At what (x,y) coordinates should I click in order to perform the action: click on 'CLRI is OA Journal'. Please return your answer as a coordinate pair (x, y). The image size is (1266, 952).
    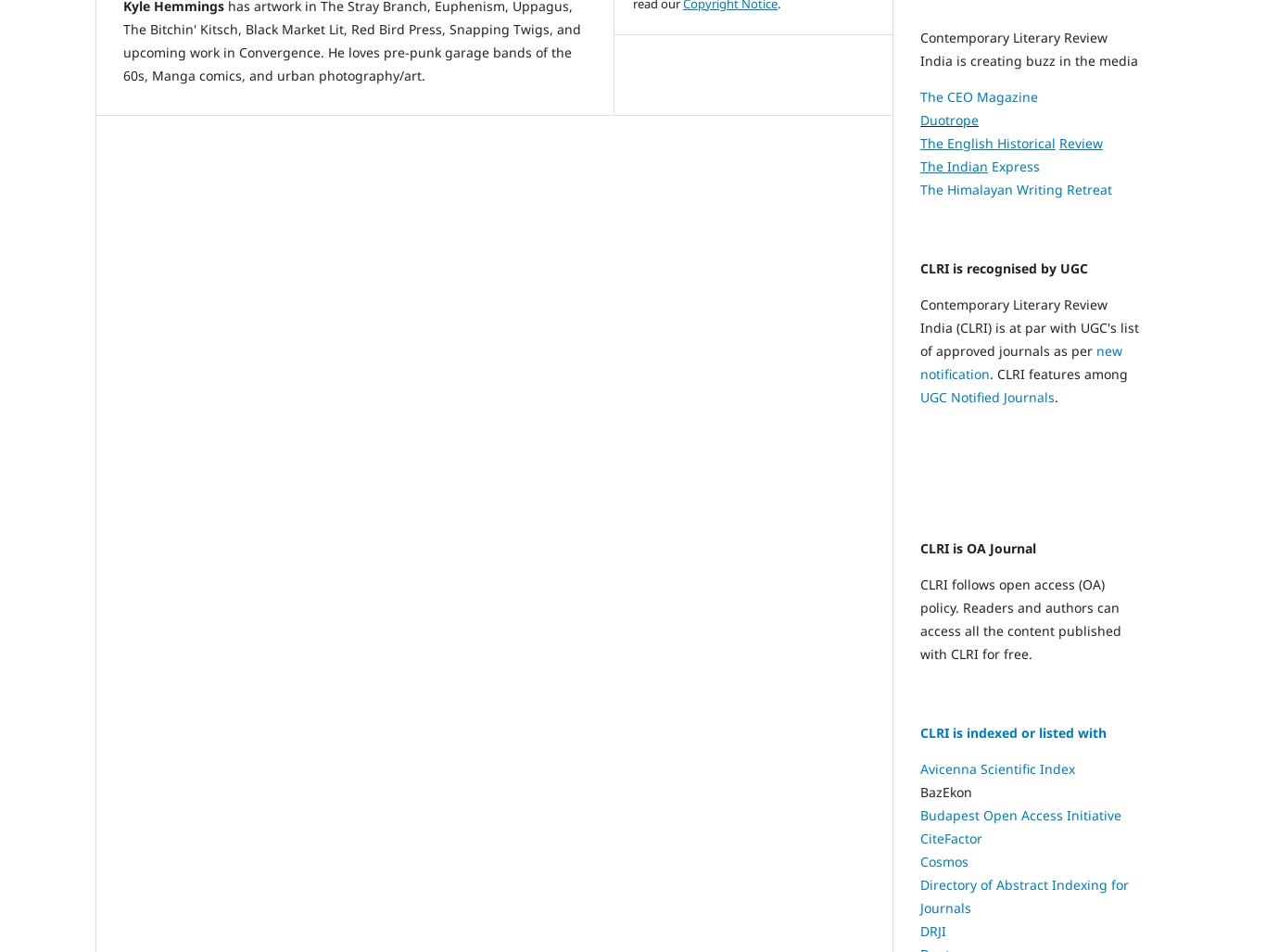
    Looking at the image, I should click on (977, 548).